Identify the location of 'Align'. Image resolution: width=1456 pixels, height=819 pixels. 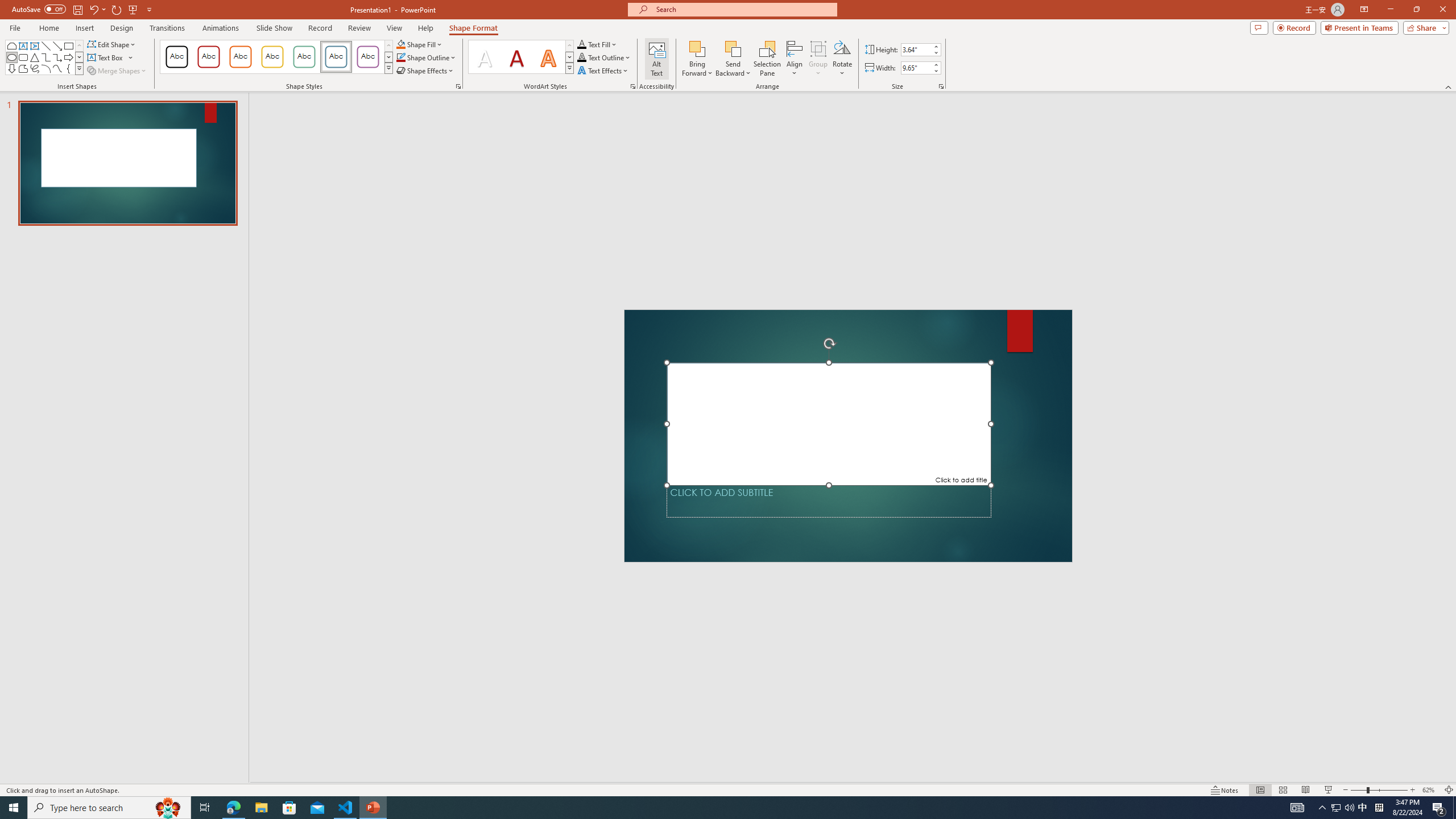
(795, 59).